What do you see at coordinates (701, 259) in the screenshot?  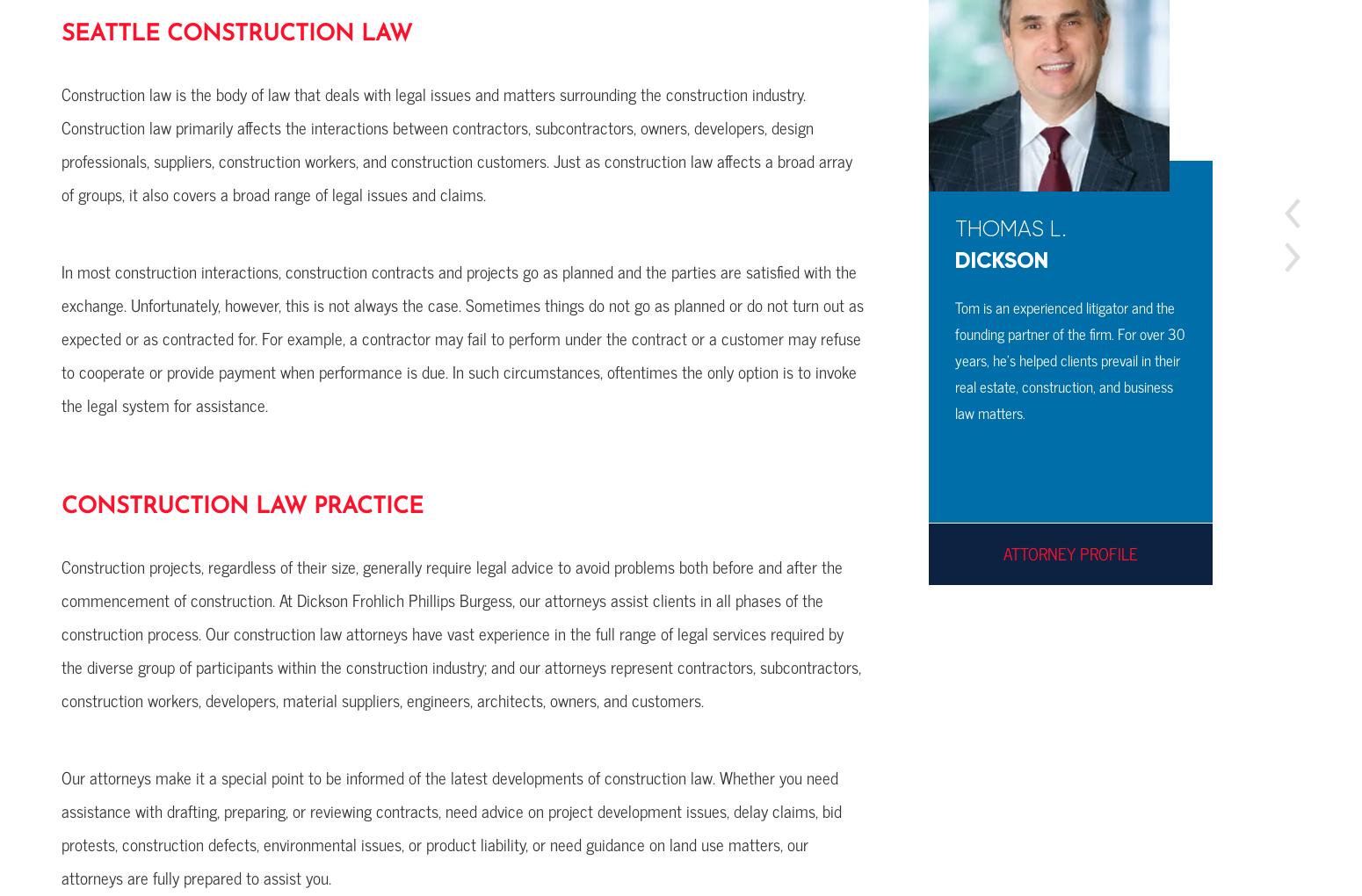 I see `'Wand'` at bounding box center [701, 259].